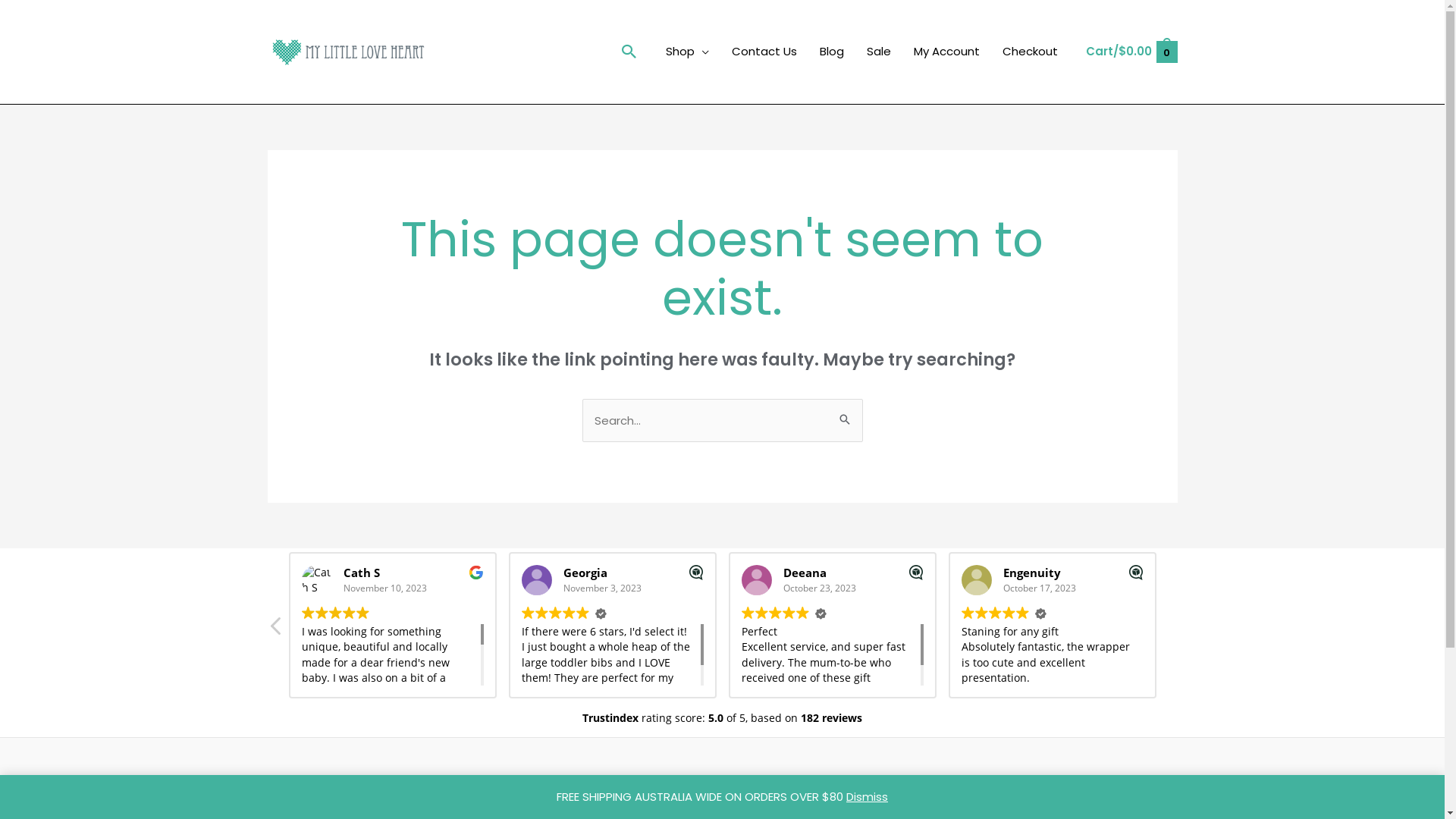  What do you see at coordinates (1131, 51) in the screenshot?
I see `'Cart/$0.00` at bounding box center [1131, 51].